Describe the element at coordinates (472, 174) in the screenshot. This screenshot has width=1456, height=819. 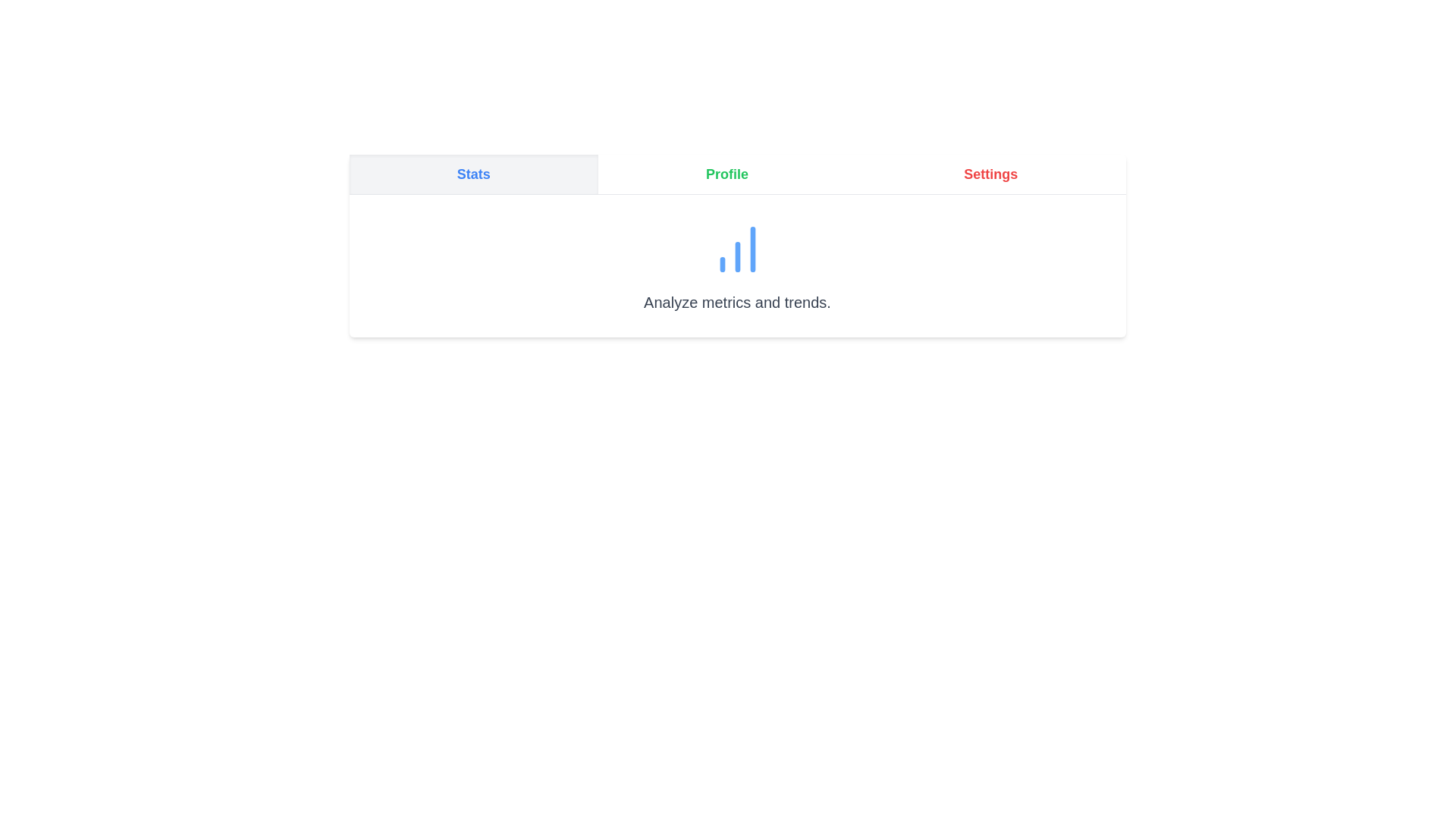
I see `the 'Stats' button, which is the first button in a row that also contains 'Profile' and 'Settings' buttons` at that location.